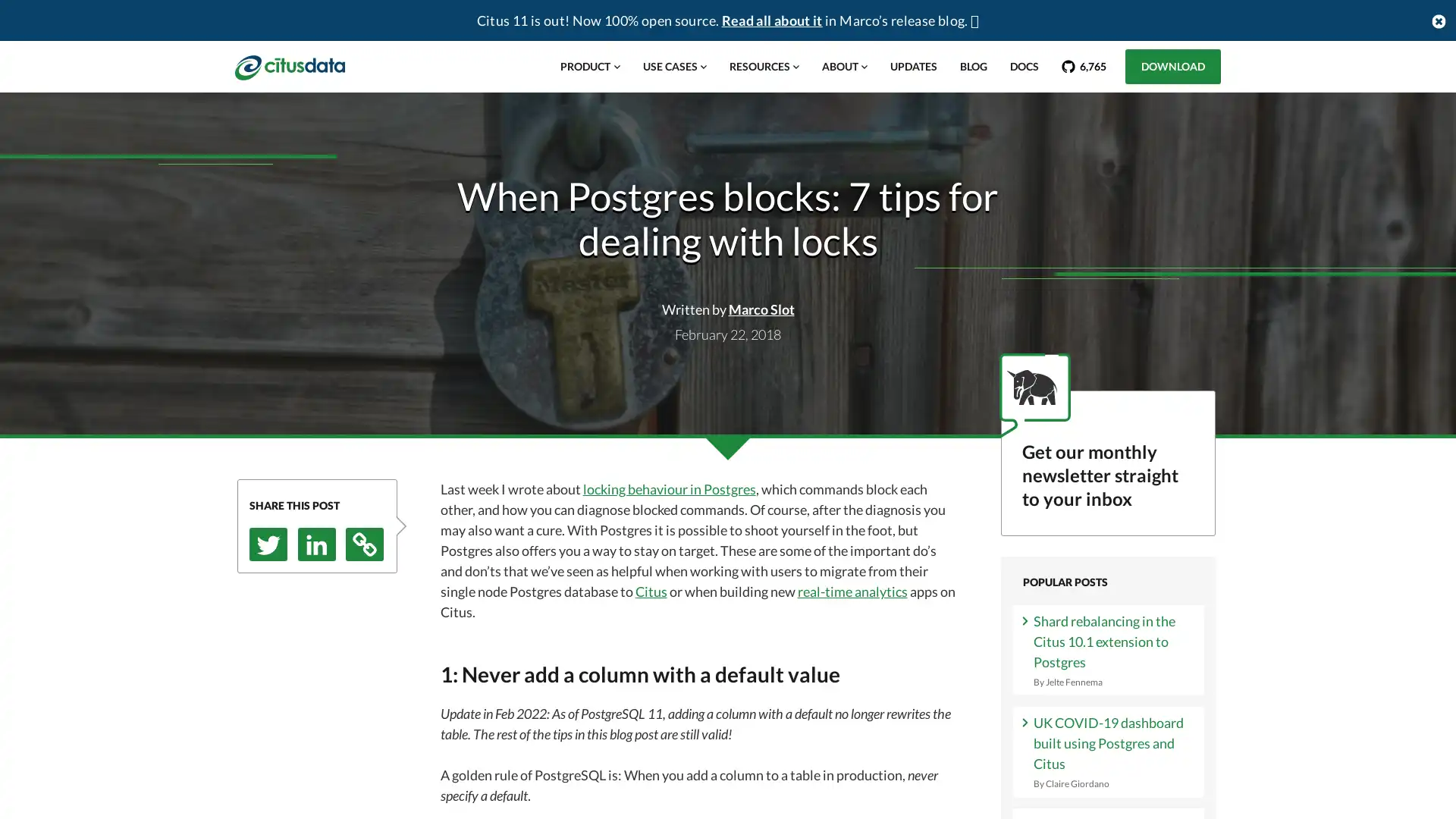  What do you see at coordinates (588, 66) in the screenshot?
I see `PRODUCT` at bounding box center [588, 66].